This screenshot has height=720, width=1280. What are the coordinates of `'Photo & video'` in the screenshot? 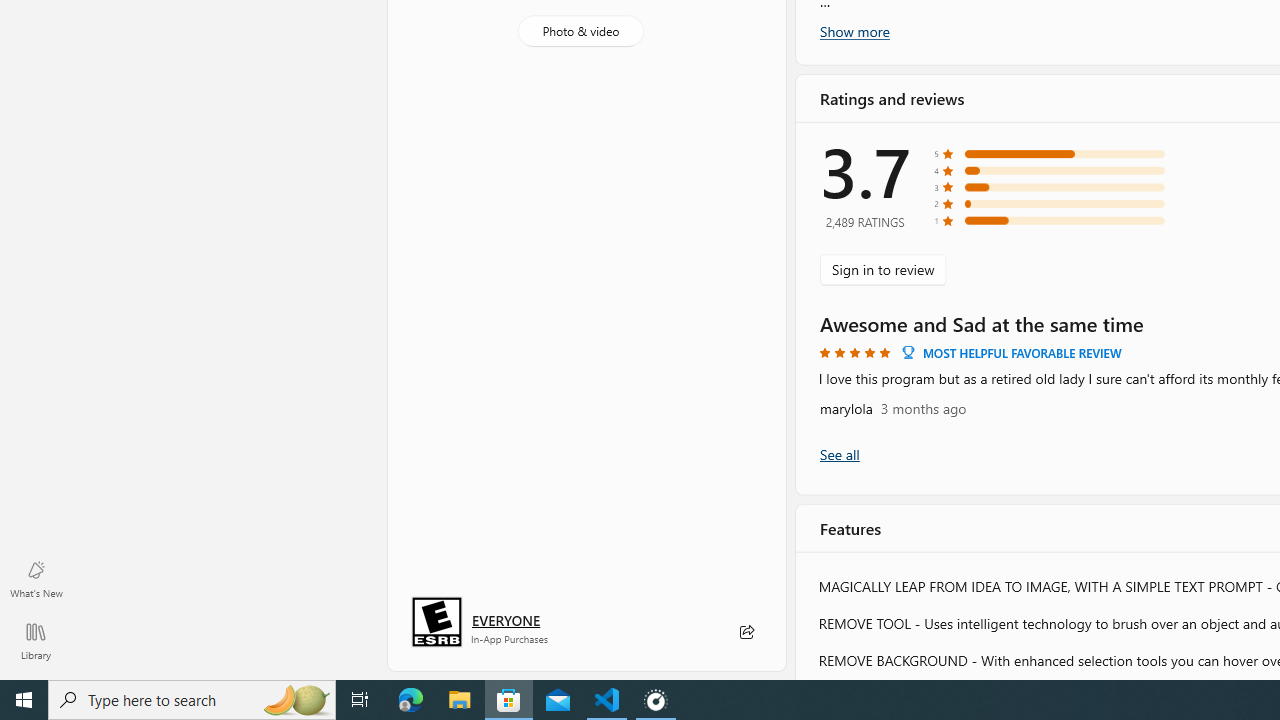 It's located at (578, 30).